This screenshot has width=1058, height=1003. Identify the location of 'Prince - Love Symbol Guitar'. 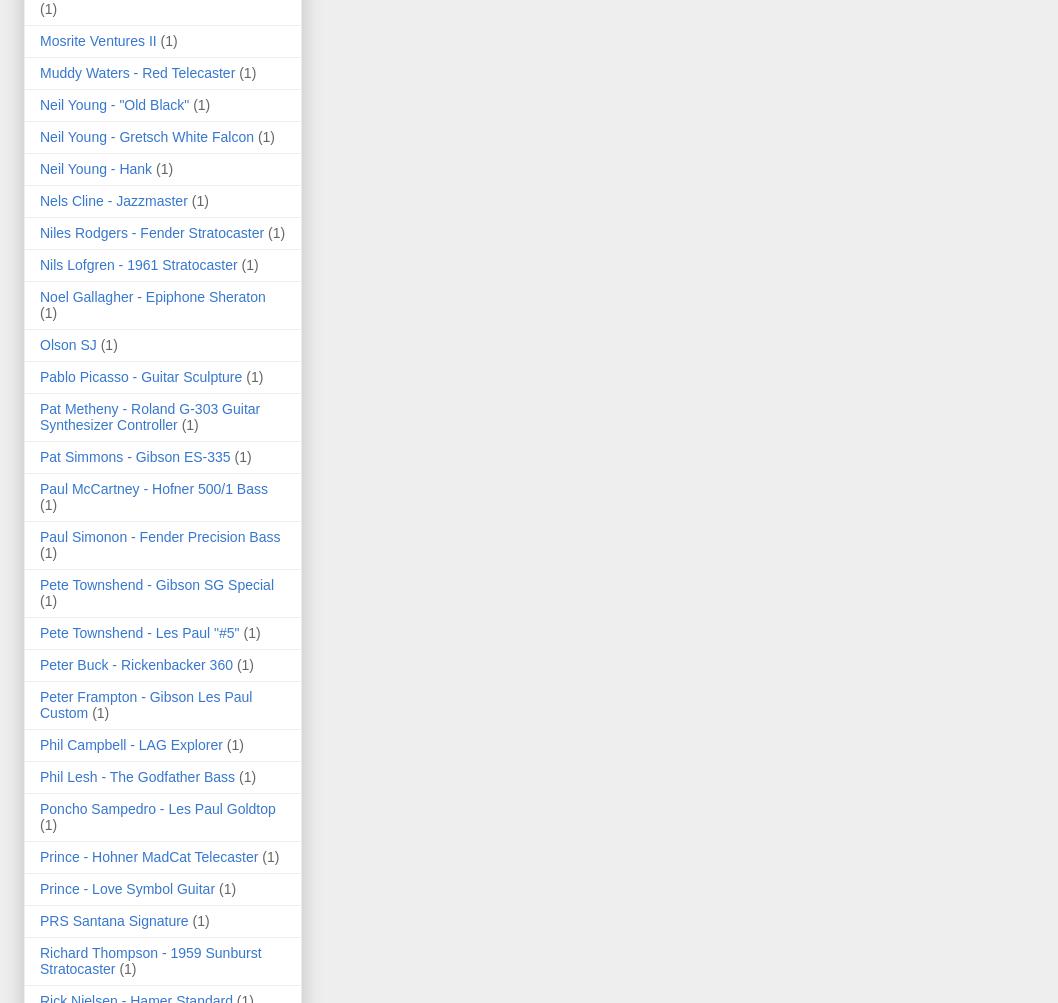
(126, 887).